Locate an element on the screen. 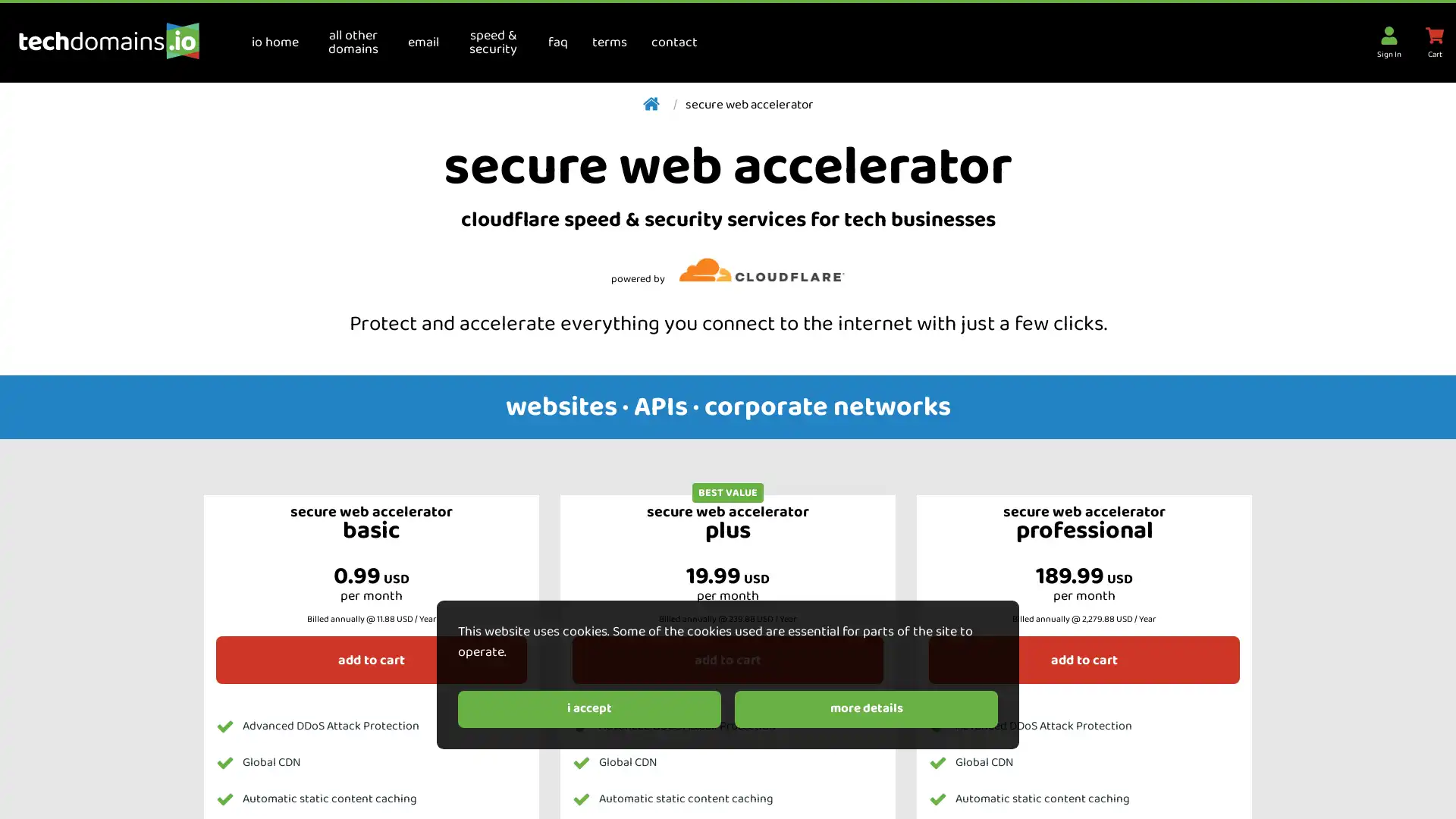 The height and width of the screenshot is (819, 1456). add to cart is located at coordinates (371, 659).